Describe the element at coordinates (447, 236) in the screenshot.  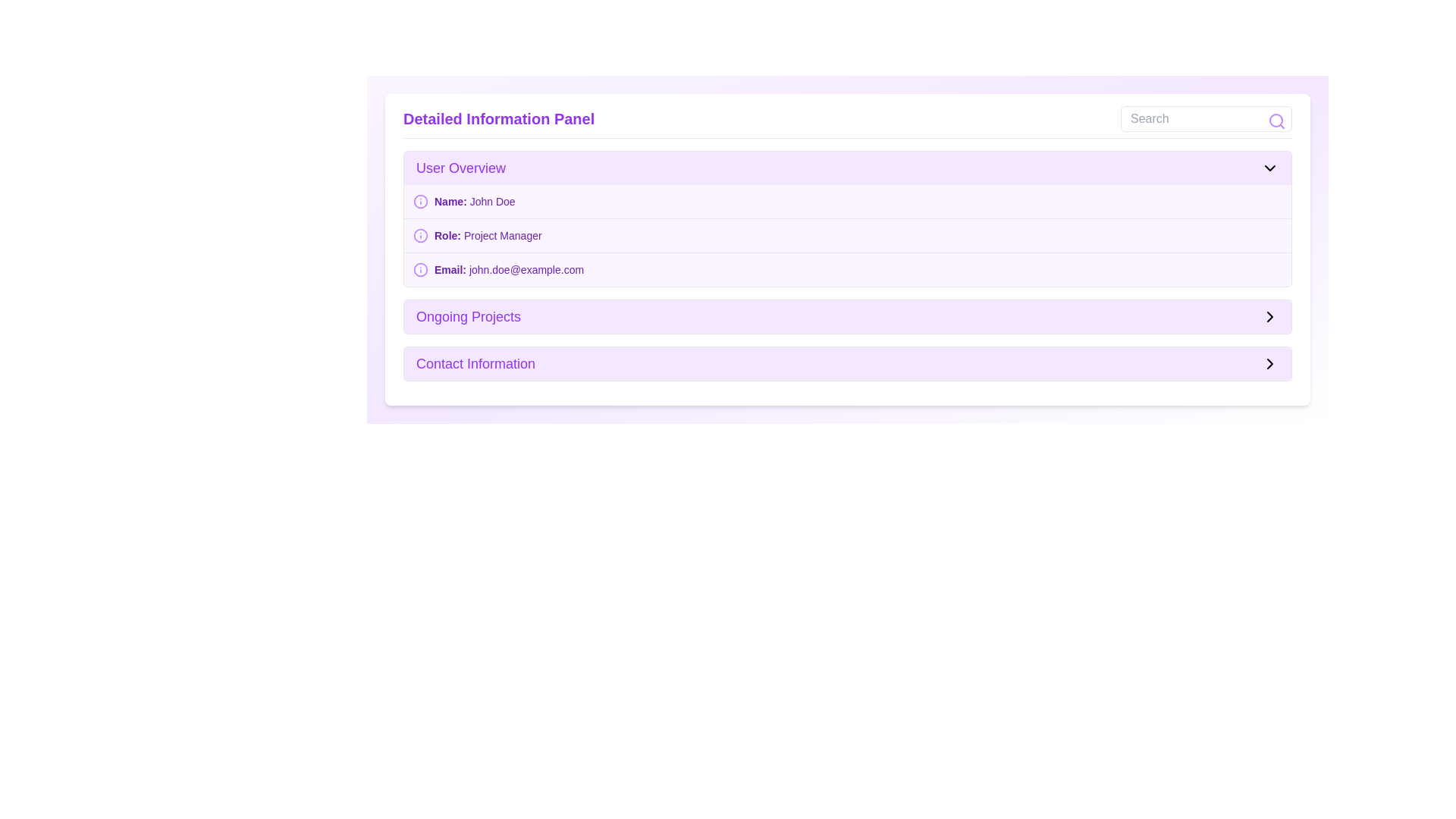
I see `the 'Role: Project Manager' text label in the 'User Overview' section, which is located between an icon on the left and the text 'Project Manager' on the right` at that location.